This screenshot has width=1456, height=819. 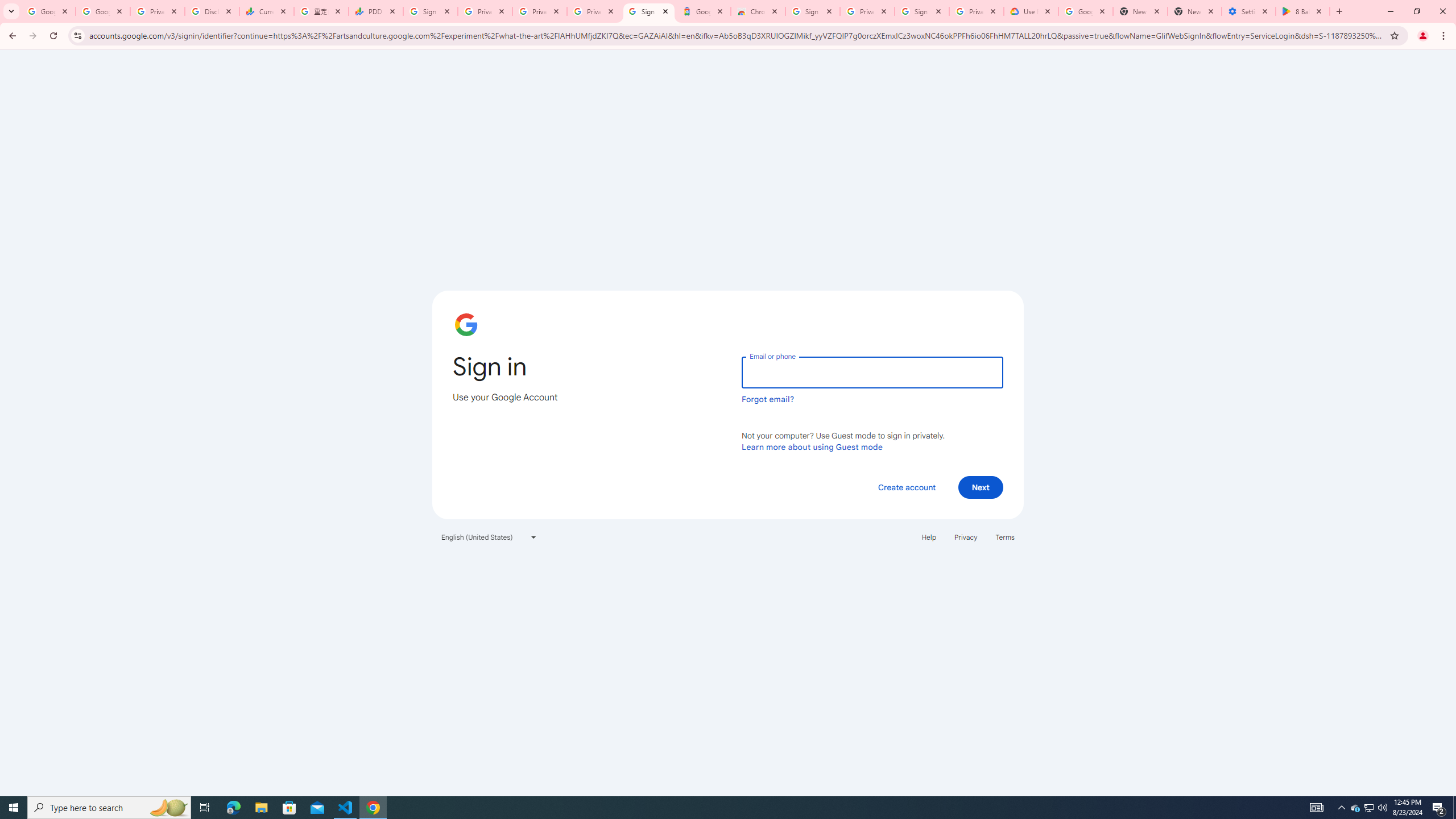 I want to click on 'Email or phone', so click(x=871, y=372).